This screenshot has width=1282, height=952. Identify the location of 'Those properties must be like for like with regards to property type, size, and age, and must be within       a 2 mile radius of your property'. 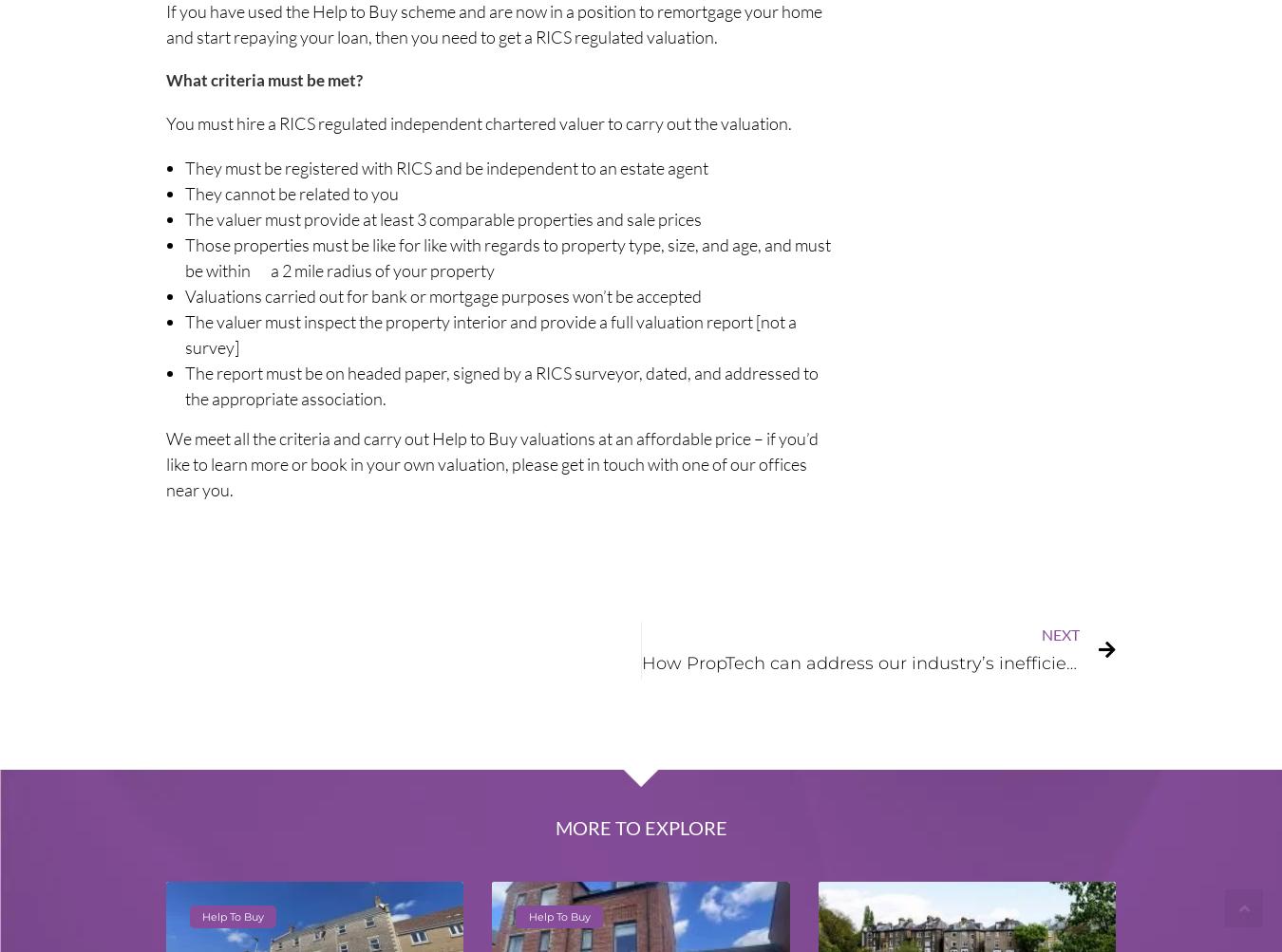
(507, 256).